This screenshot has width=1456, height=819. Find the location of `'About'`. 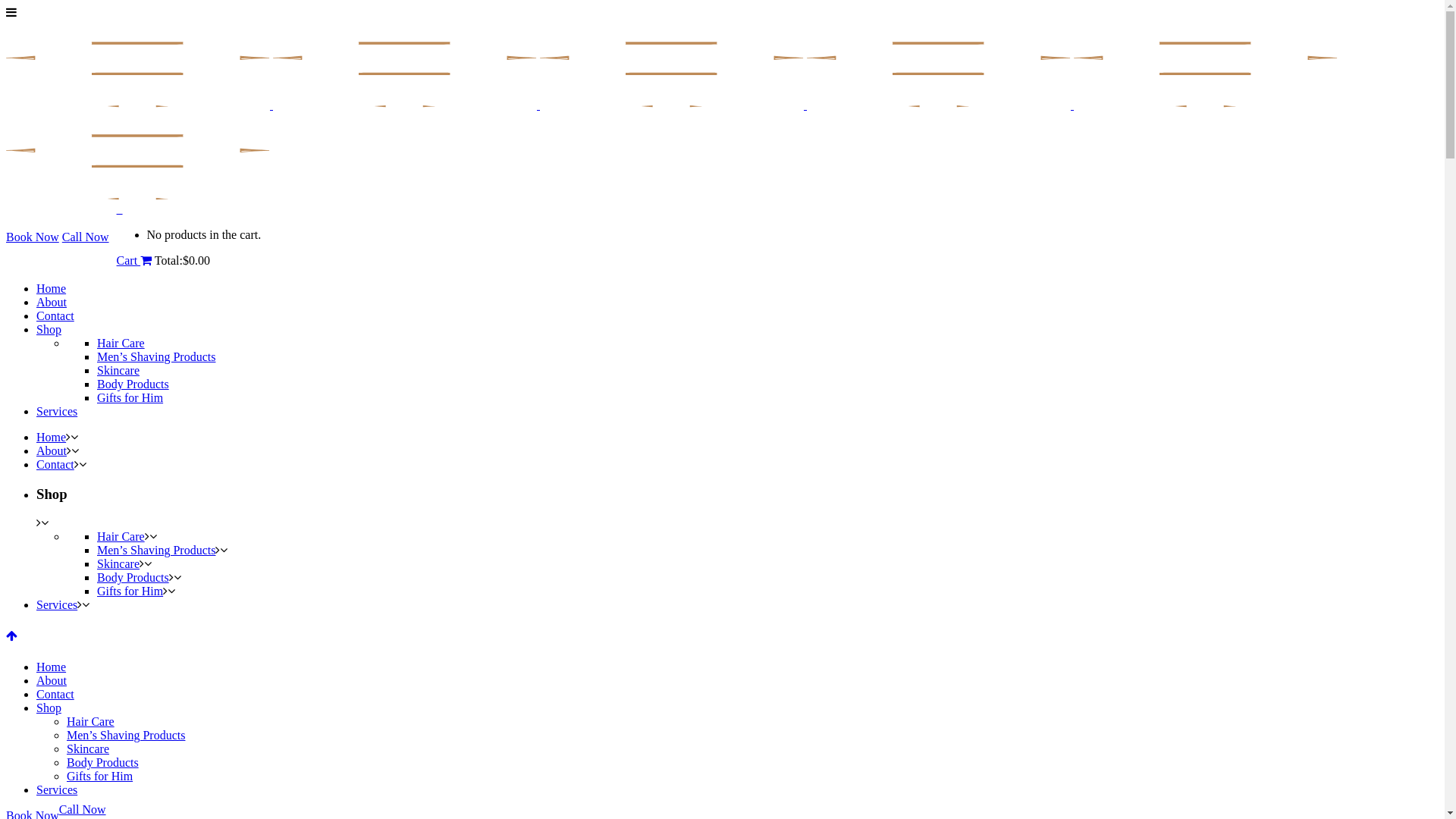

'About' is located at coordinates (51, 679).